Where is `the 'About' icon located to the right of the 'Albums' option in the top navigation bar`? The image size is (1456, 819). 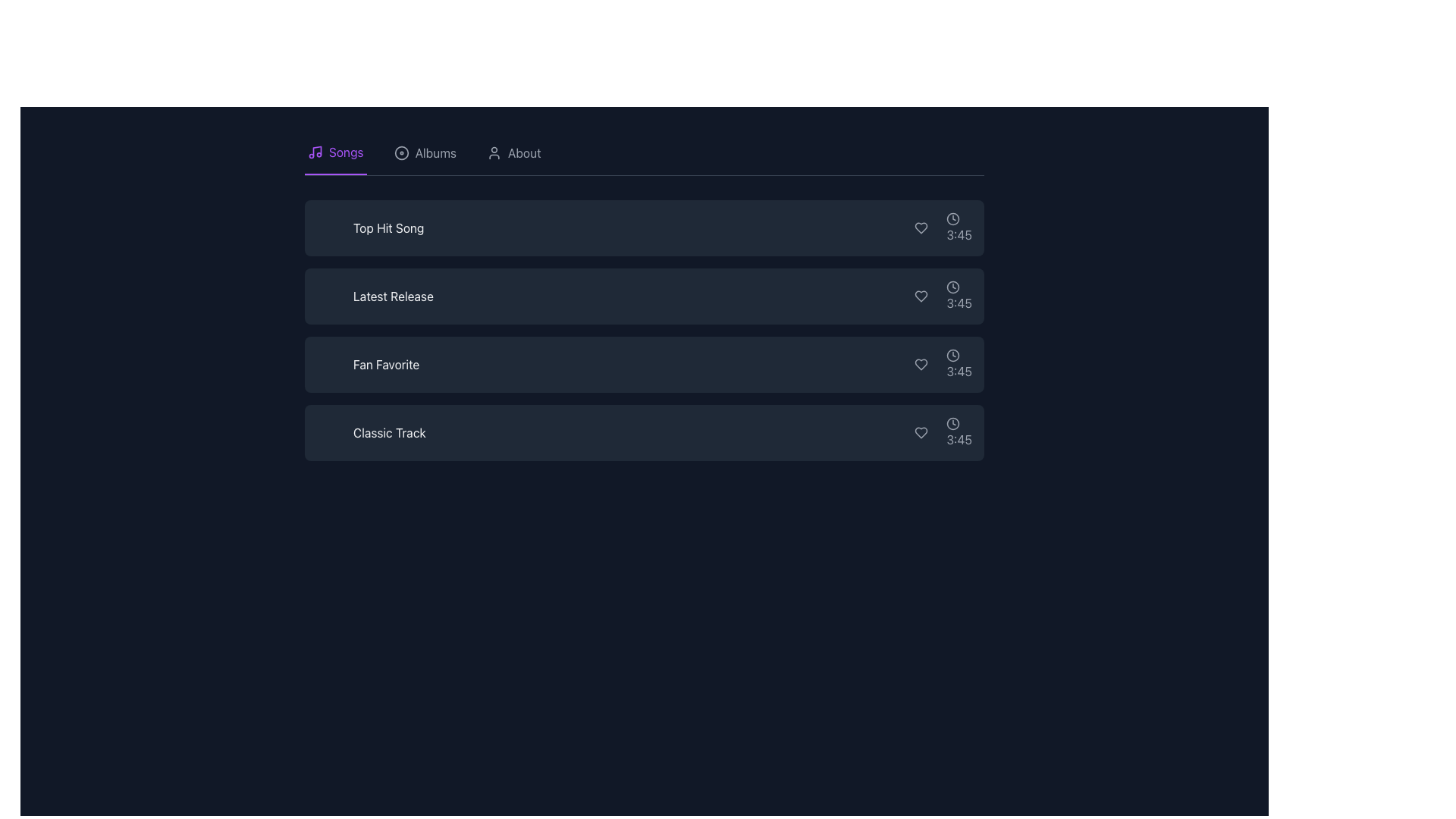 the 'About' icon located to the right of the 'Albums' option in the top navigation bar is located at coordinates (494, 152).